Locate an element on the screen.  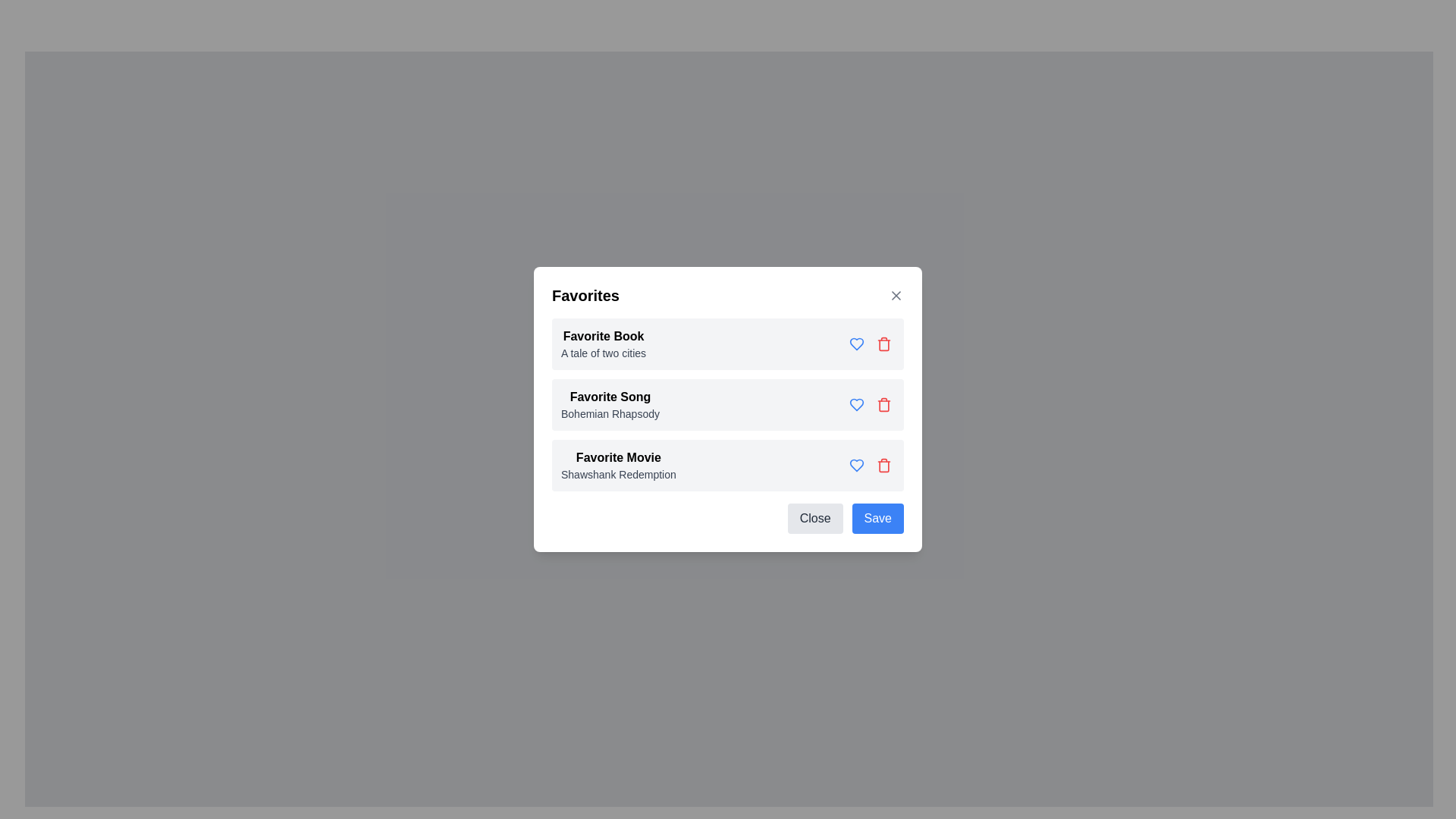
displayed texts on the third card component located at the bottom of the list within the modal dialog, which displays a favorite movie and has interactive icons for marking as favorite or deleting is located at coordinates (728, 464).